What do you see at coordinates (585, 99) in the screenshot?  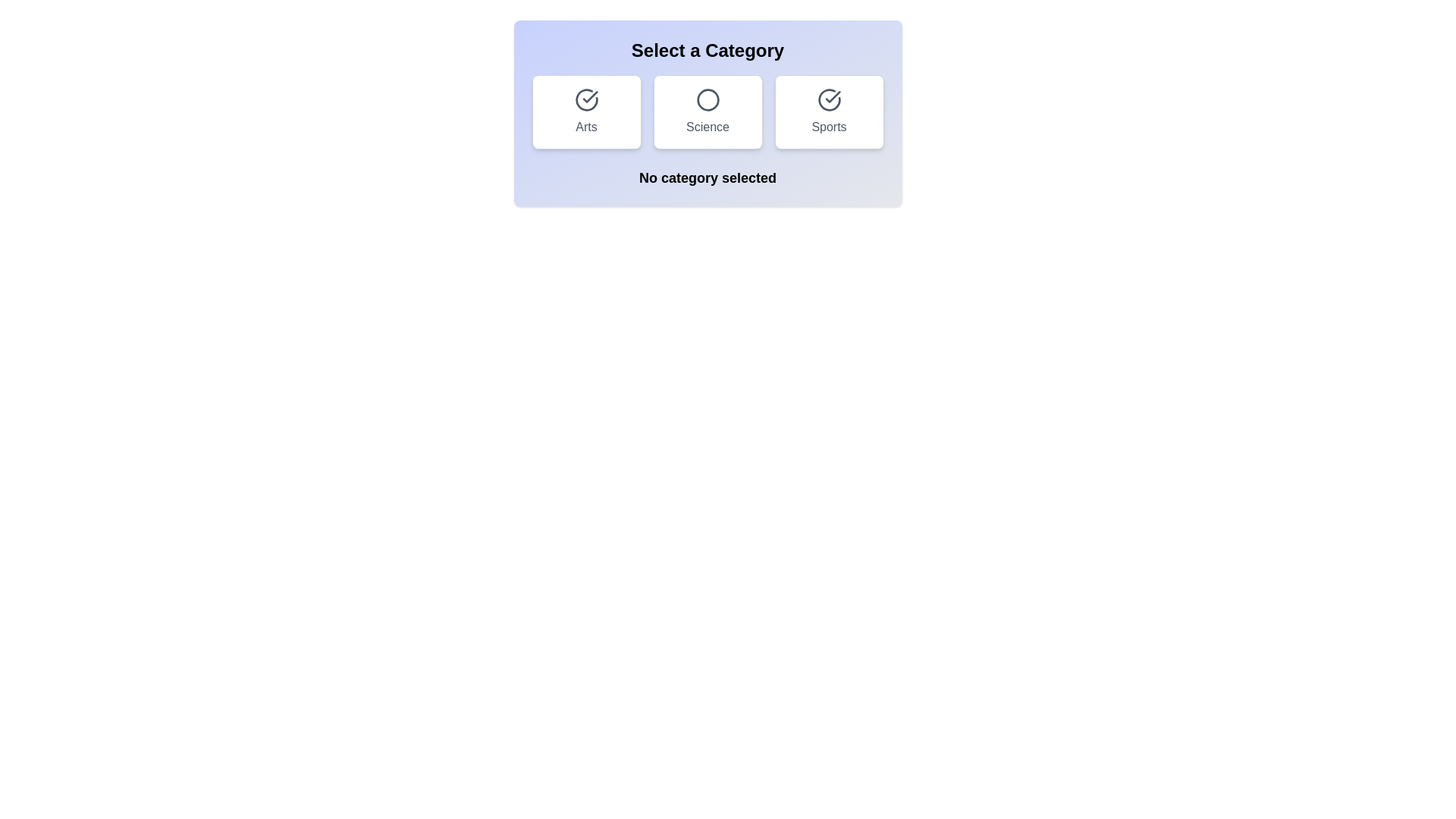 I see `the circular icon with a checkmark inside, styled with a white background and border, located in the top-left quadrant of the 'Arts' card` at bounding box center [585, 99].